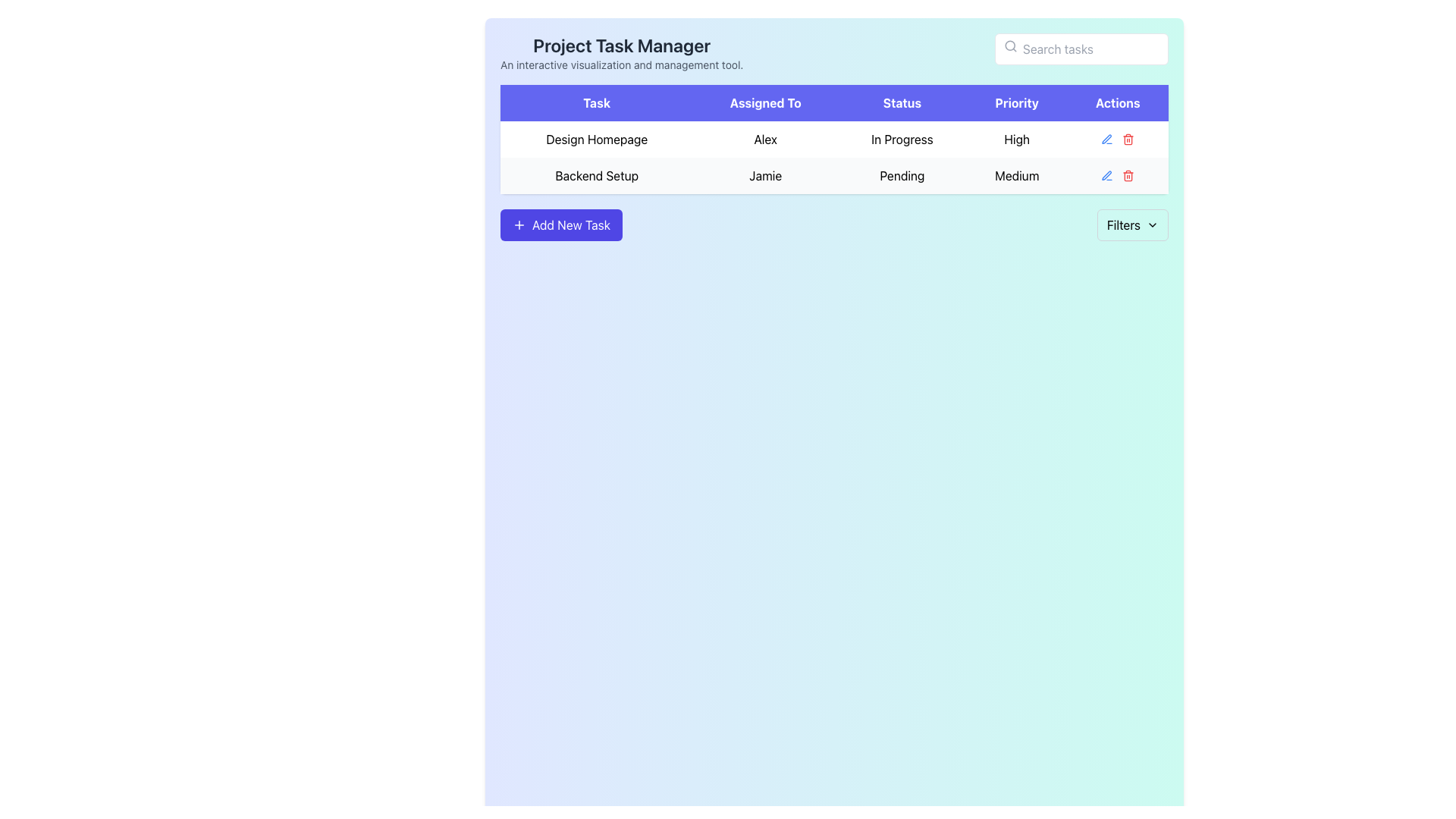 The image size is (1456, 819). What do you see at coordinates (902, 102) in the screenshot?
I see `the 'Status' text label, which is part of the header bar displaying various column titles including 'Task', 'Assigned To', 'Priority', and 'Actions'` at bounding box center [902, 102].